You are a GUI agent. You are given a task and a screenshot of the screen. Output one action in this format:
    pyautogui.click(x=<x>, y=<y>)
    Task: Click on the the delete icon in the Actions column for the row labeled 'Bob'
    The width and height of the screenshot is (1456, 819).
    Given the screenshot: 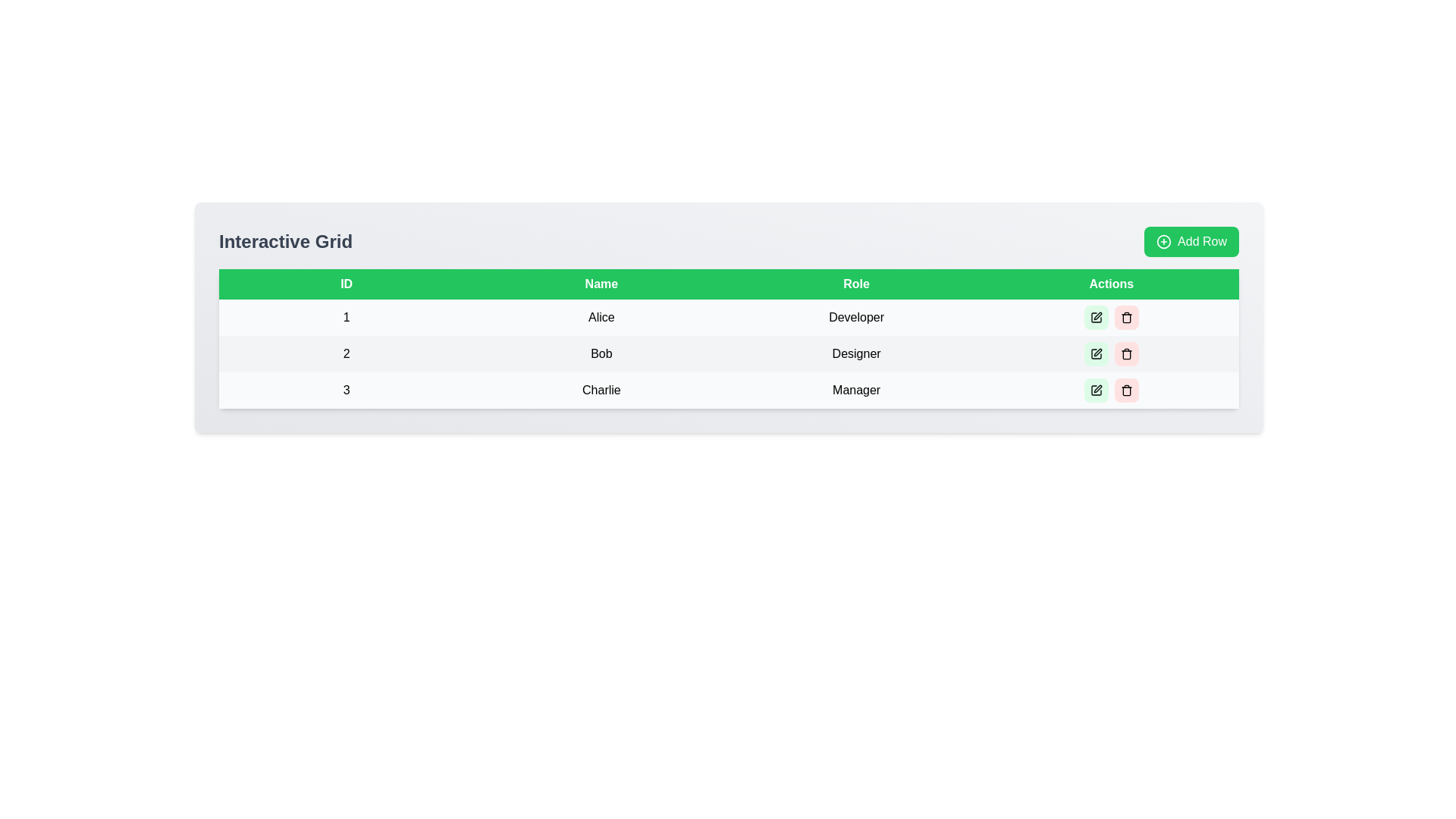 What is the action you would take?
    pyautogui.click(x=1126, y=353)
    